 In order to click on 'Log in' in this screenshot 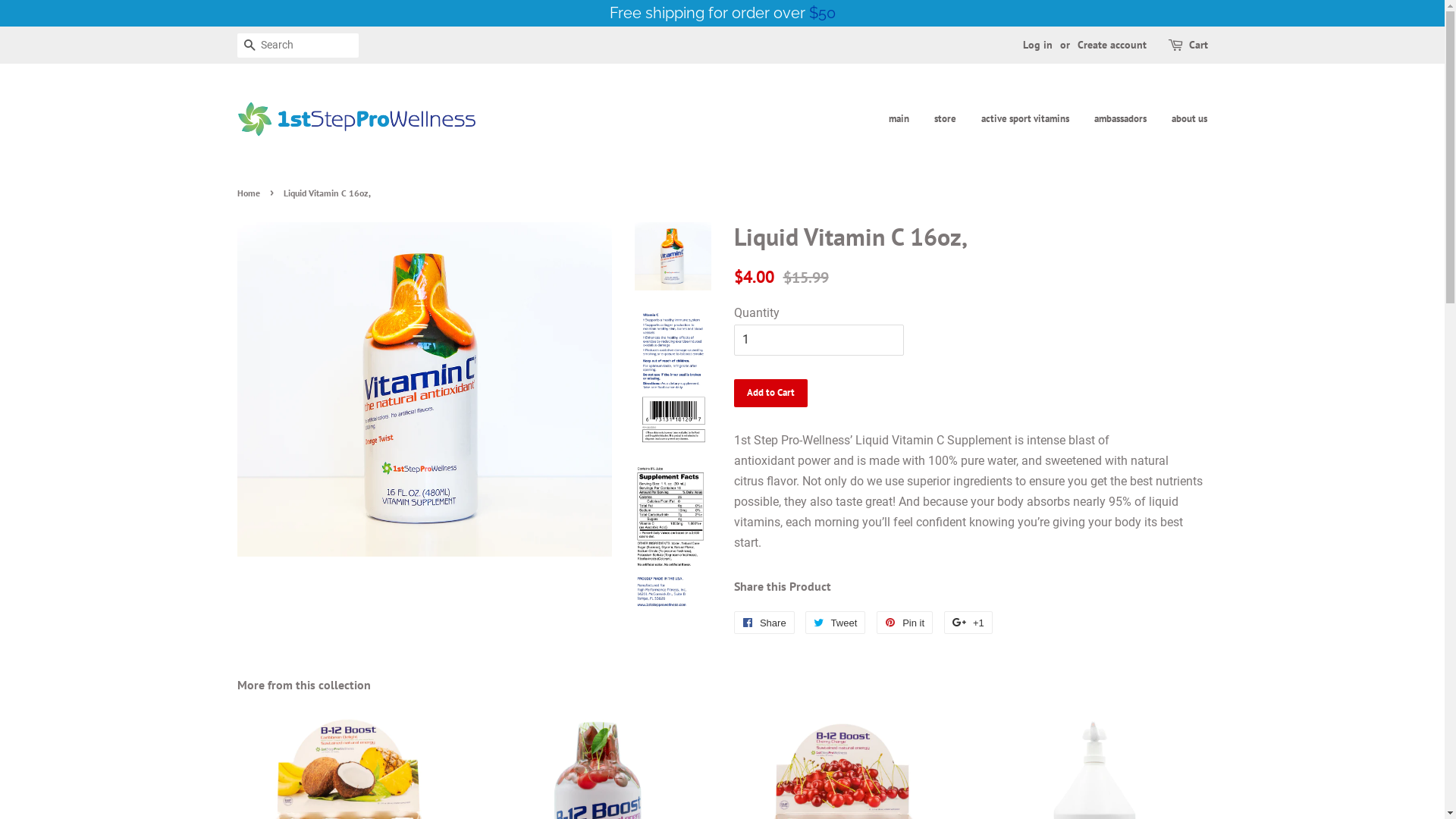, I will do `click(1036, 43)`.